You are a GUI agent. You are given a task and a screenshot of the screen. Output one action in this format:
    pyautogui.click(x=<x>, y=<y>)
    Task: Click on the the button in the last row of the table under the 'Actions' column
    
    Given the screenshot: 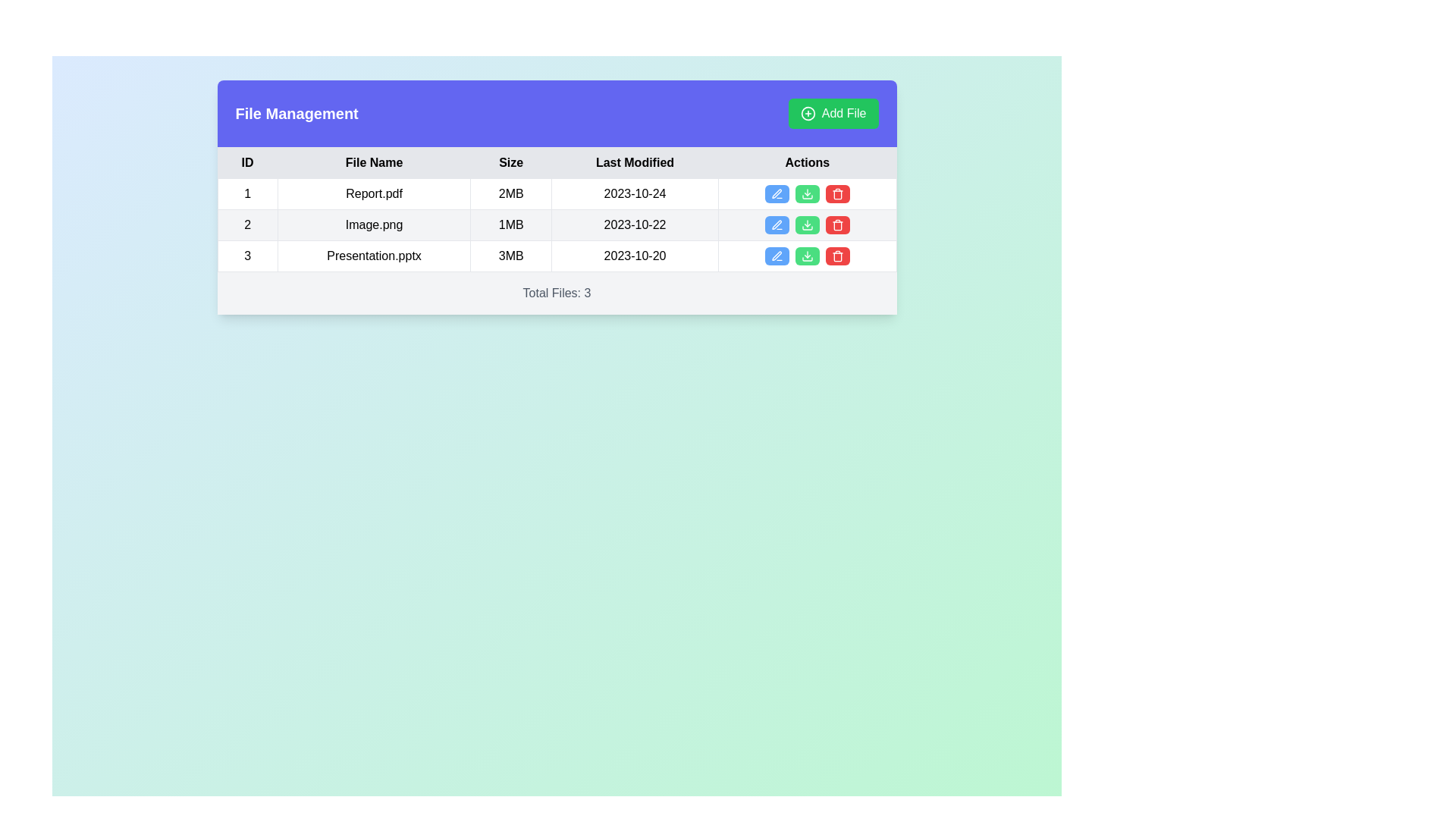 What is the action you would take?
    pyautogui.click(x=806, y=256)
    